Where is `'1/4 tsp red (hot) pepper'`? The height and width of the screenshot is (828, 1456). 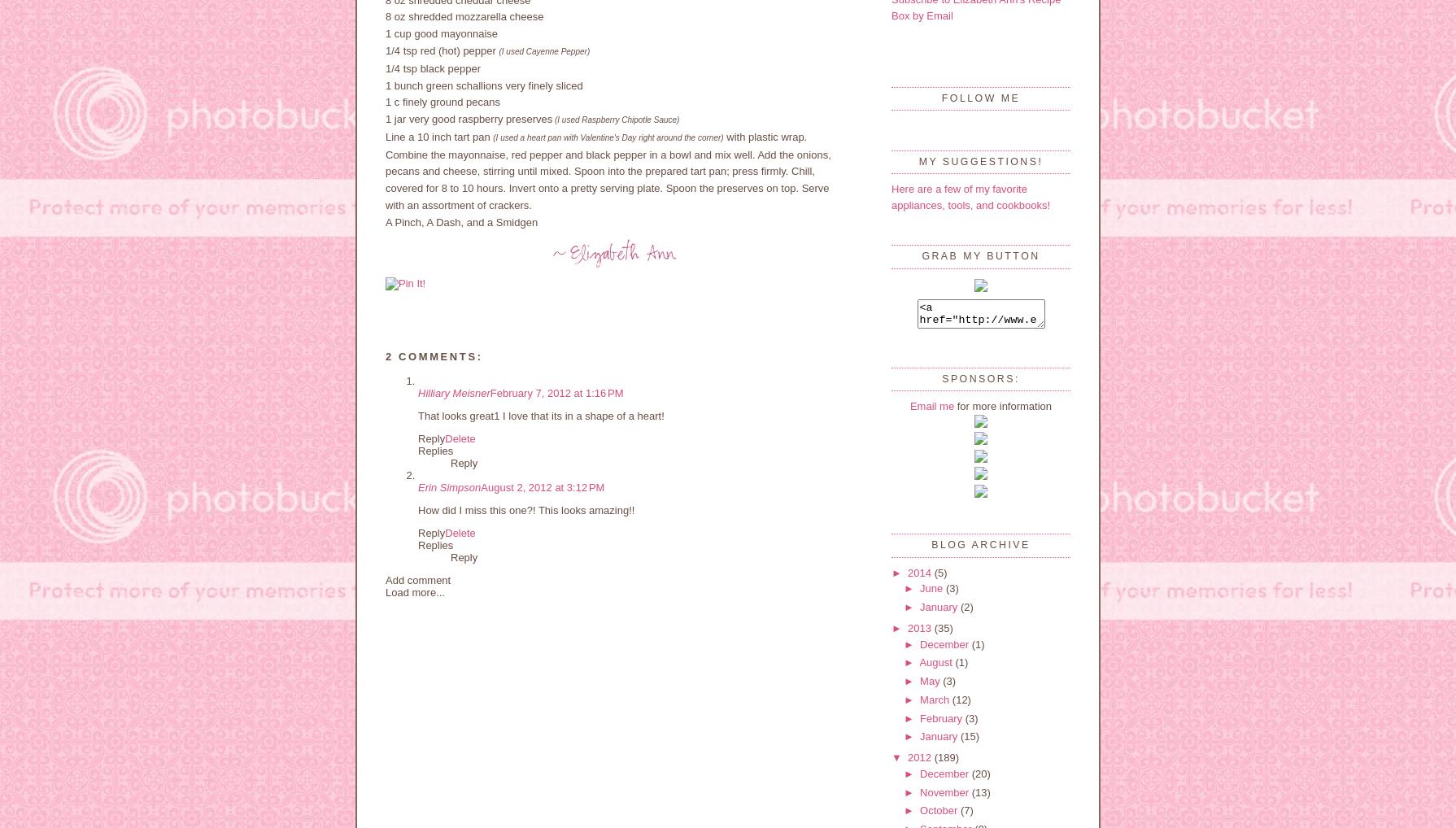
'1/4 tsp red (hot) pepper' is located at coordinates (441, 50).